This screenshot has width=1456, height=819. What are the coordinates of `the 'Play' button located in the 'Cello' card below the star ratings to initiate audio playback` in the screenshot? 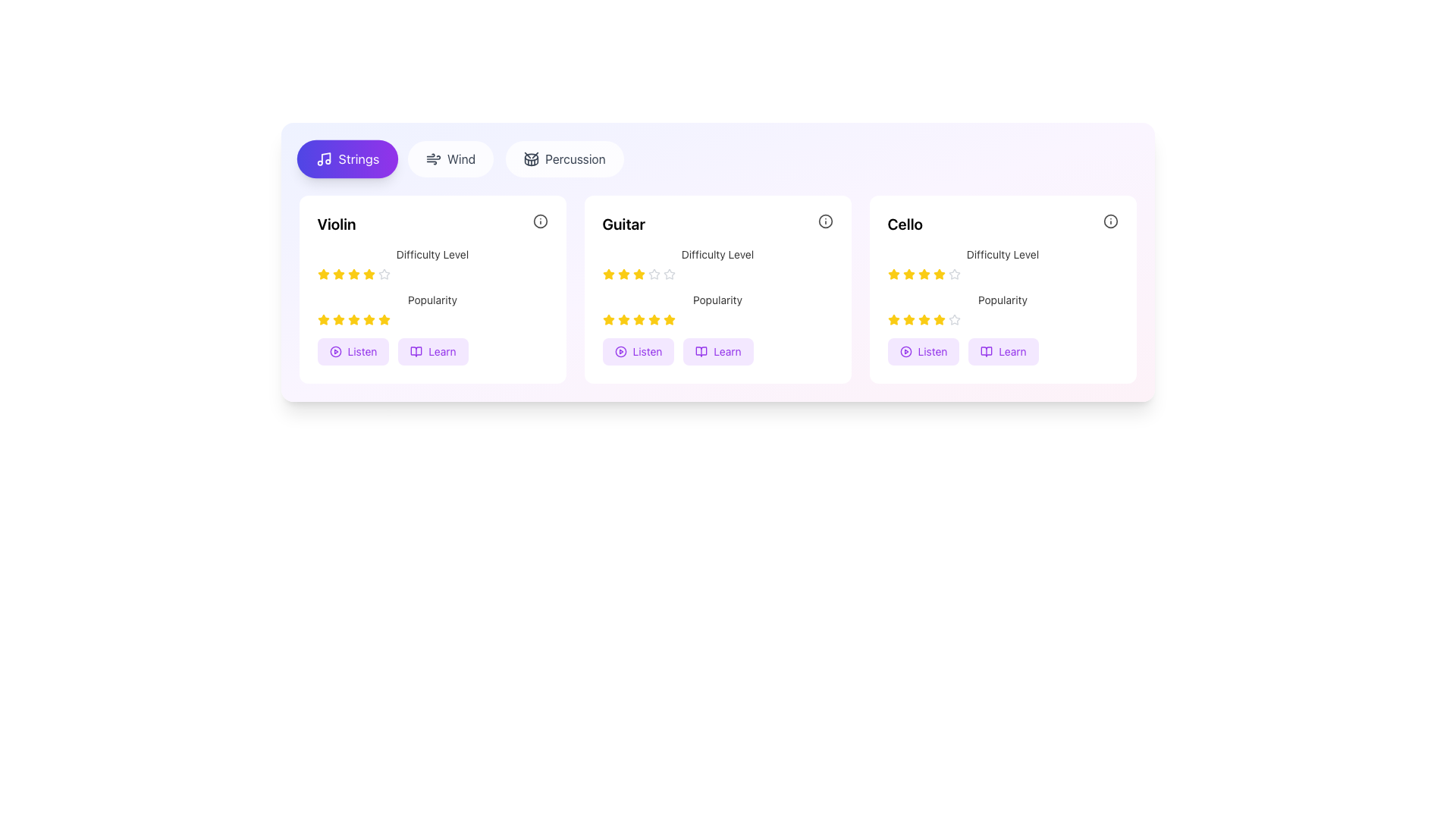 It's located at (923, 351).